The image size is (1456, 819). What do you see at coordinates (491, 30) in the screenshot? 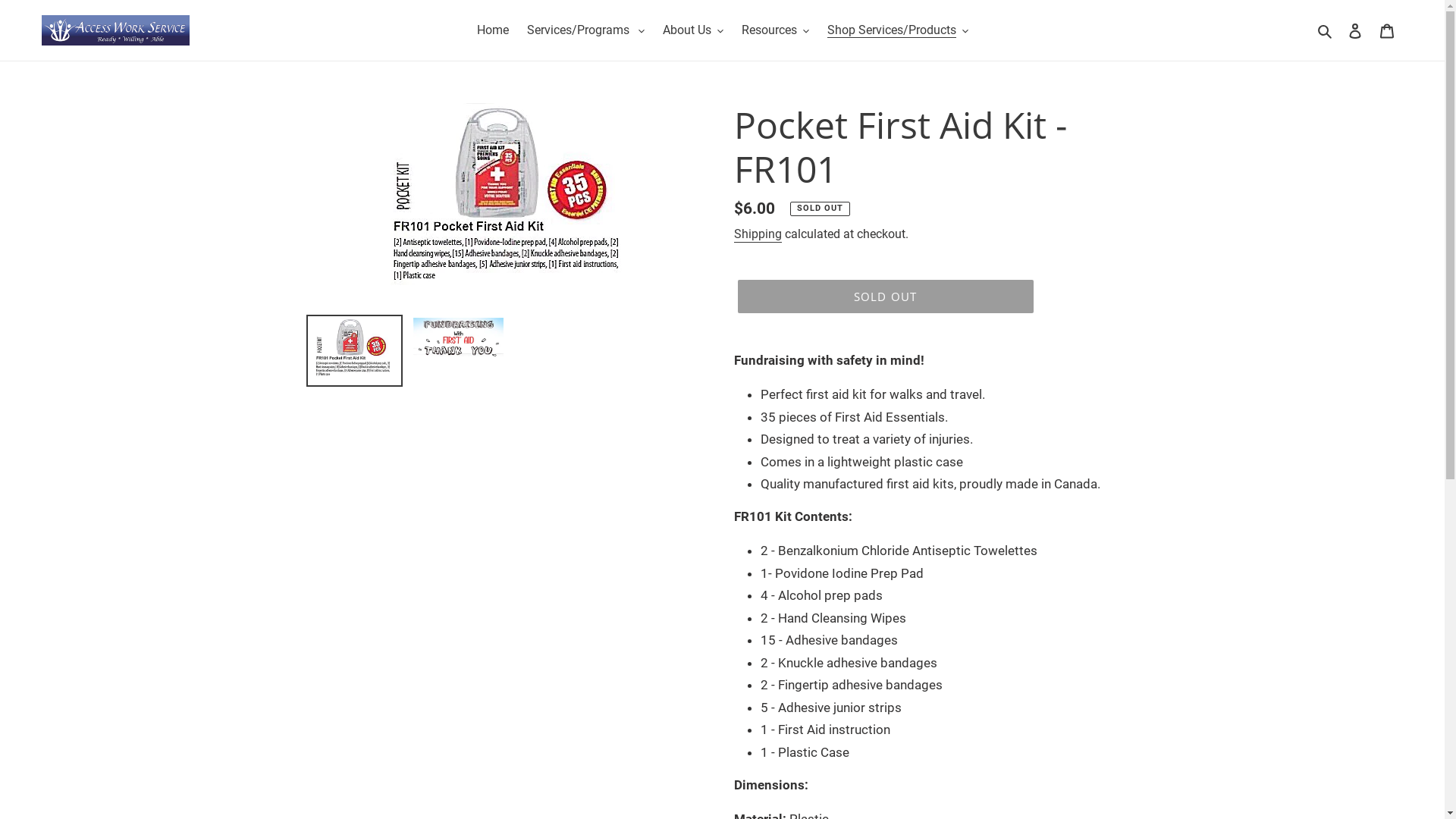
I see `'Home'` at bounding box center [491, 30].